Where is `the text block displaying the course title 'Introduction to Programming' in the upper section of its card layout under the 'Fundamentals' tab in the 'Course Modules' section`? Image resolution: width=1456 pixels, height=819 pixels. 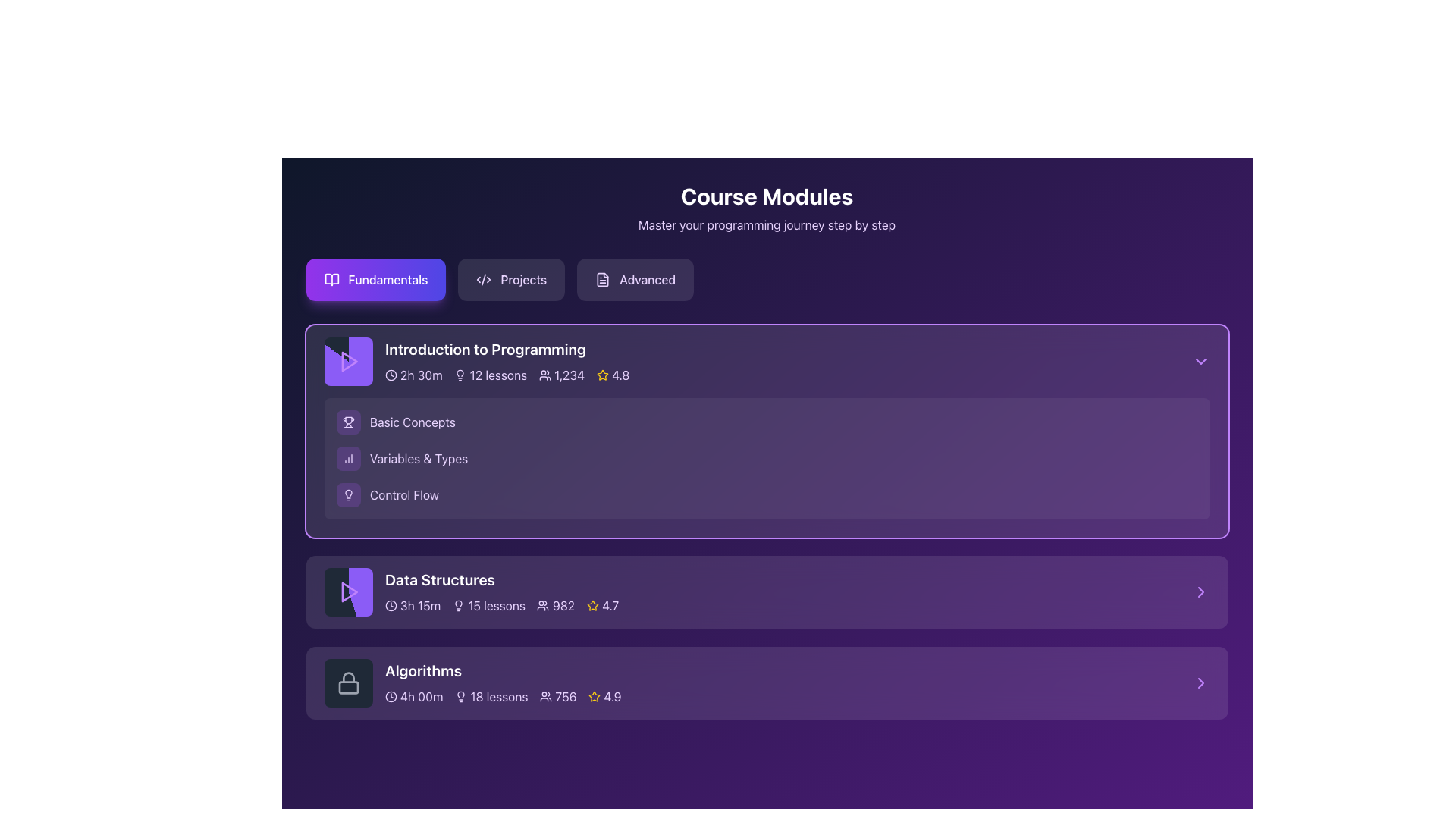
the text block displaying the course title 'Introduction to Programming' in the upper section of its card layout under the 'Fundamentals' tab in the 'Course Modules' section is located at coordinates (507, 362).